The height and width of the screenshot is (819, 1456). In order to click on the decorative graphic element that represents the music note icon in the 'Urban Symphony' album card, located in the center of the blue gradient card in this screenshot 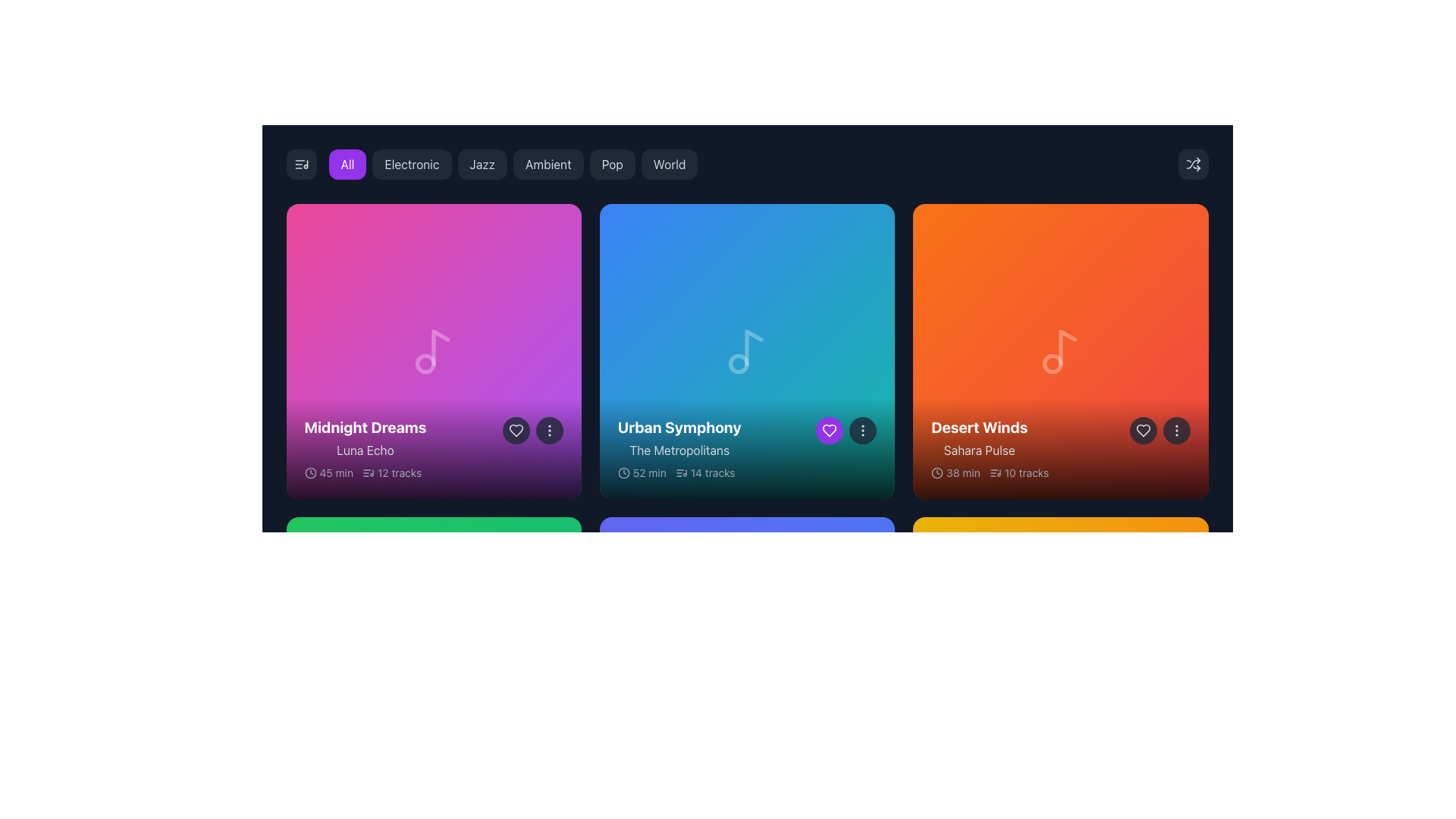, I will do `click(739, 363)`.